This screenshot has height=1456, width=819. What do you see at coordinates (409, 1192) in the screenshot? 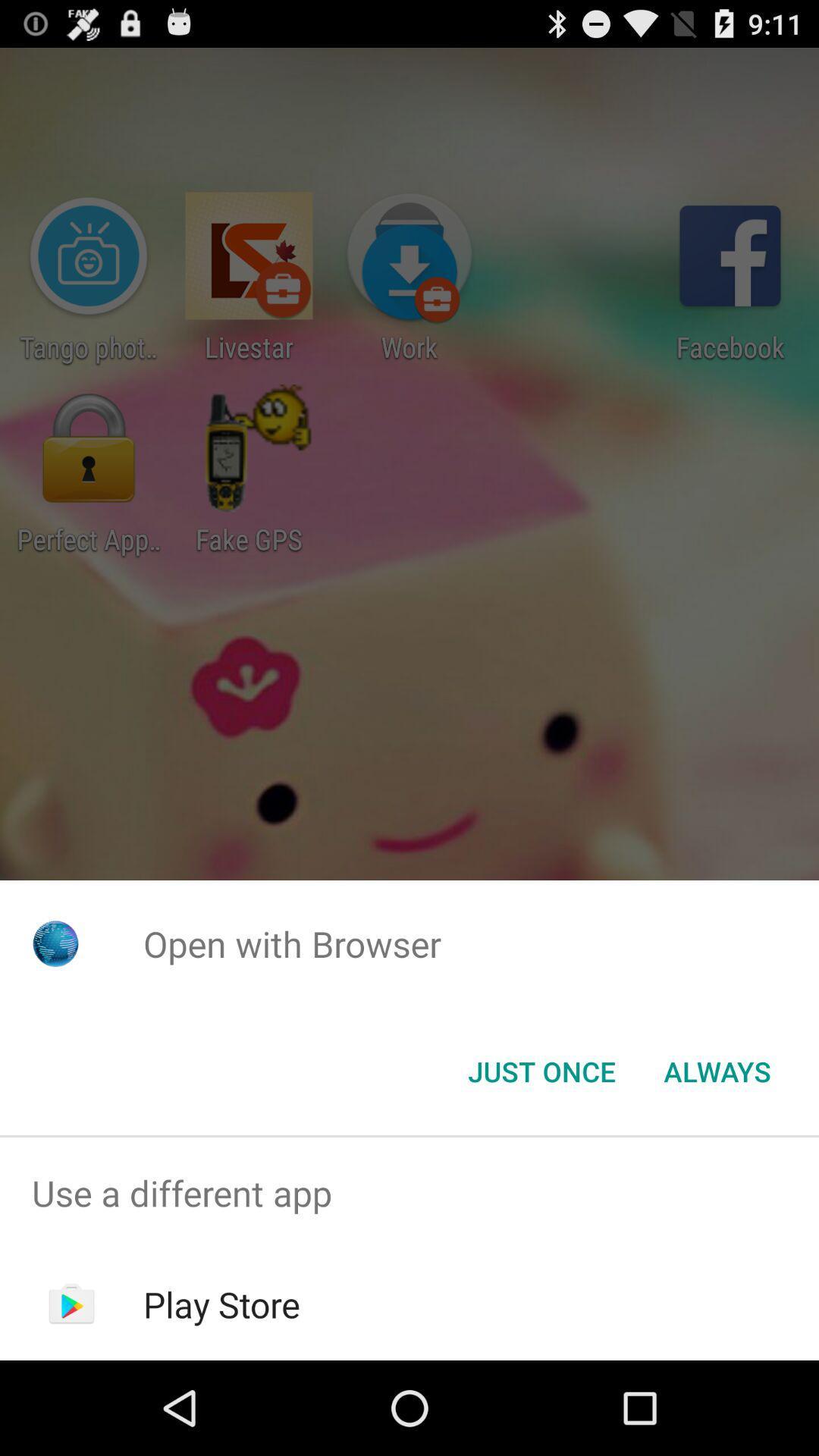
I see `use a different` at bounding box center [409, 1192].